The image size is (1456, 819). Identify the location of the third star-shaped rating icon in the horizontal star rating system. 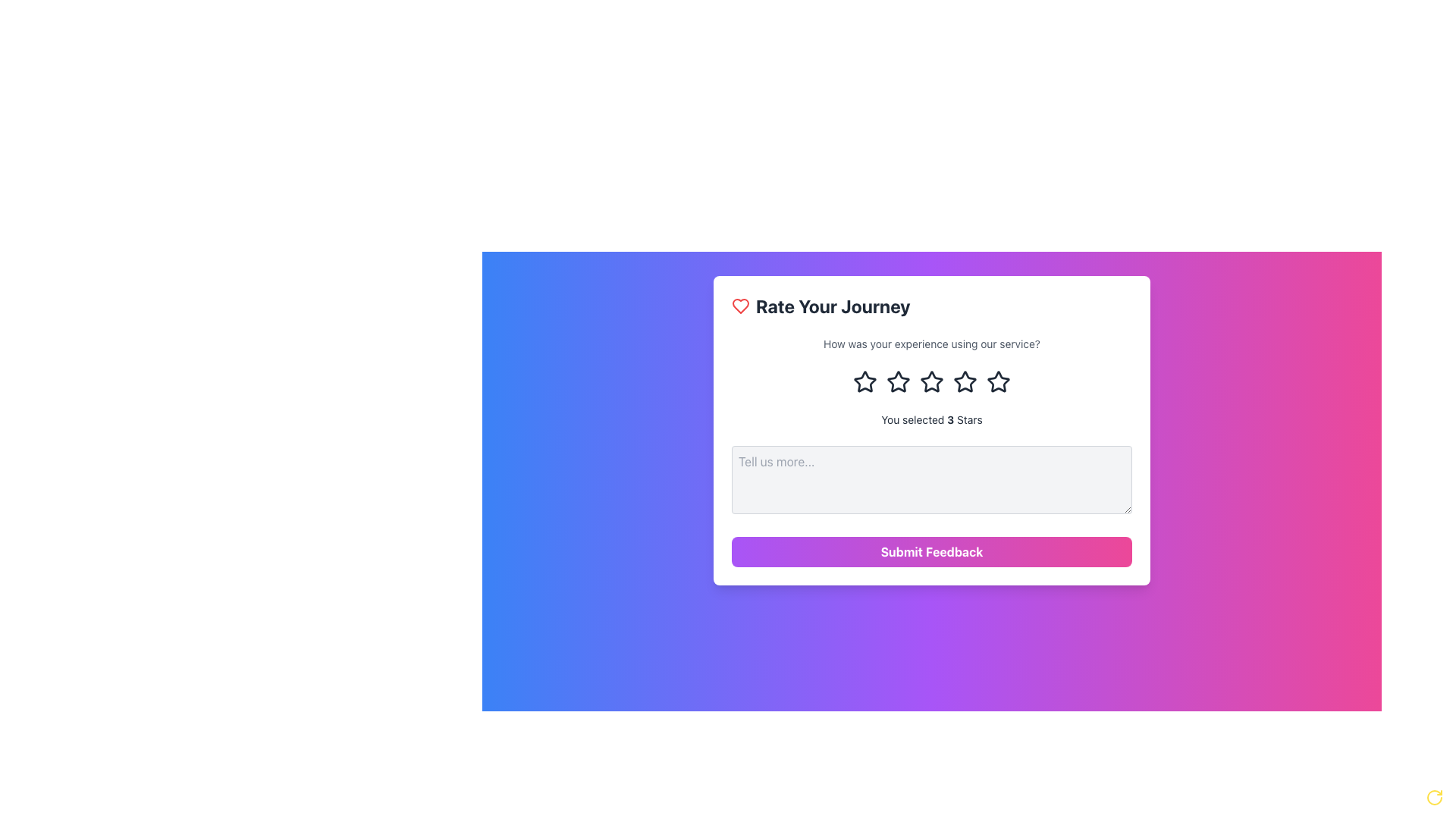
(964, 381).